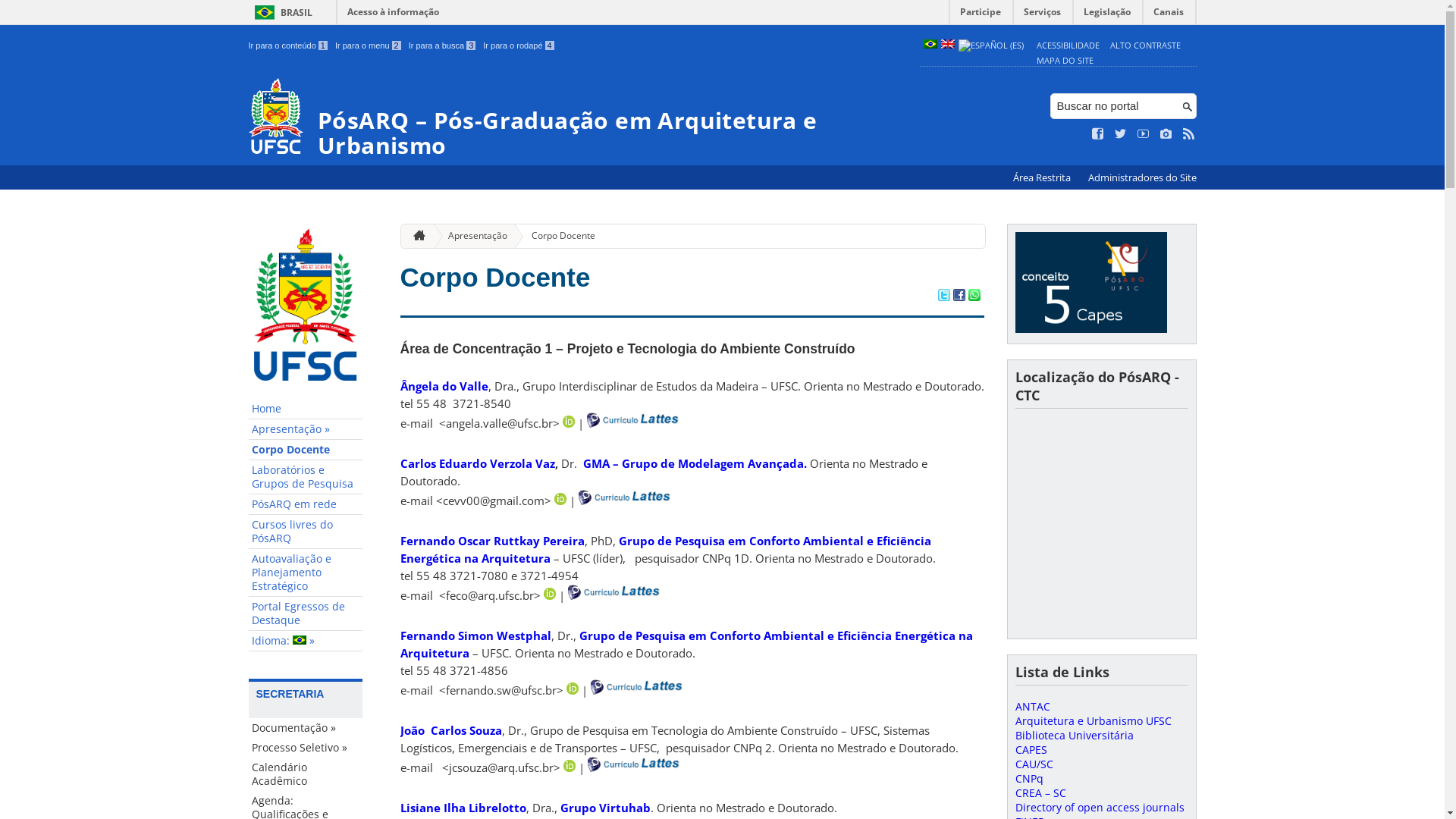  Describe the element at coordinates (1165, 133) in the screenshot. I see `'Veja no Instagram'` at that location.